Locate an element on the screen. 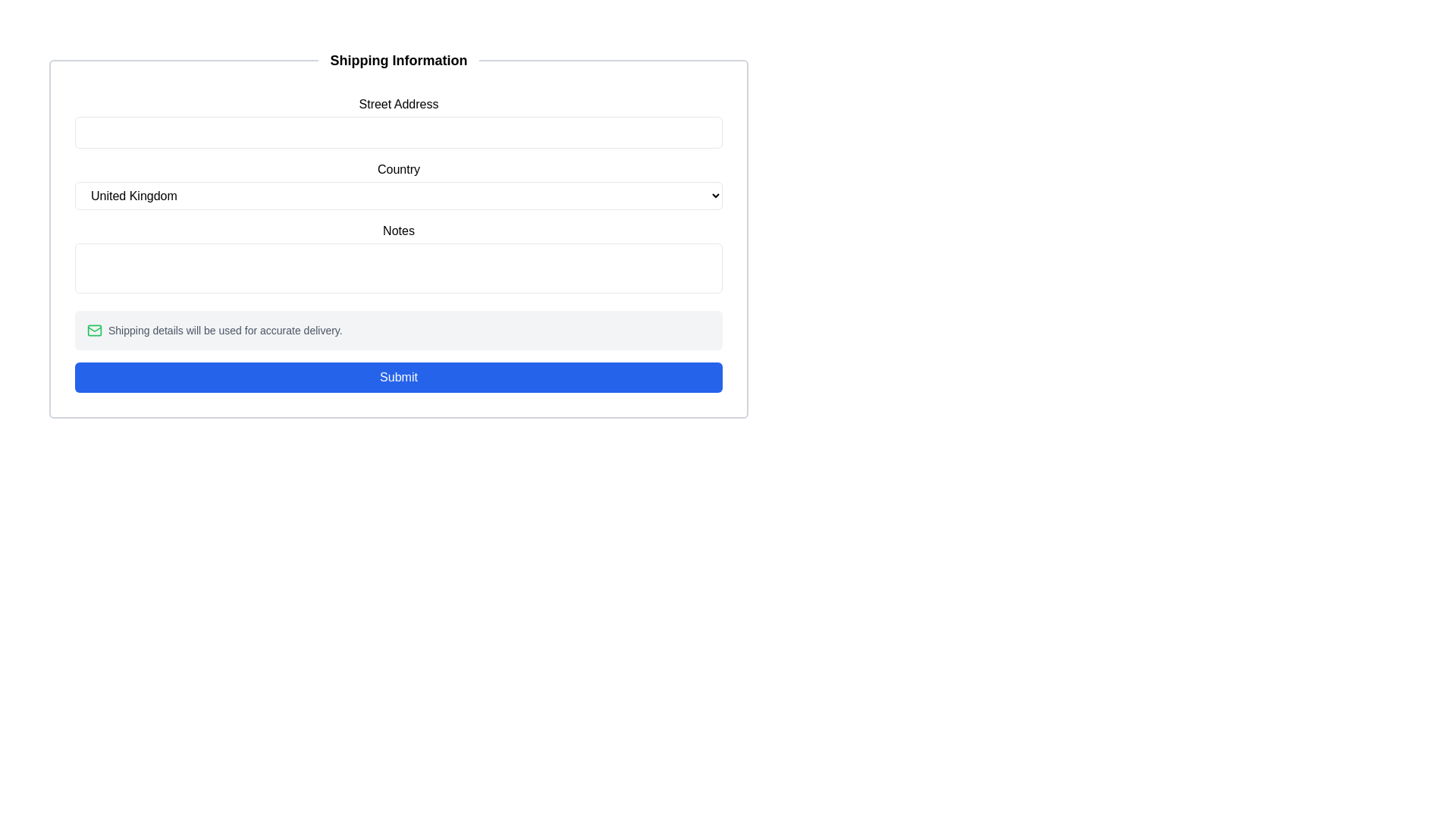  the street address input field located at the top of the shipping form for visual feedback is located at coordinates (399, 121).